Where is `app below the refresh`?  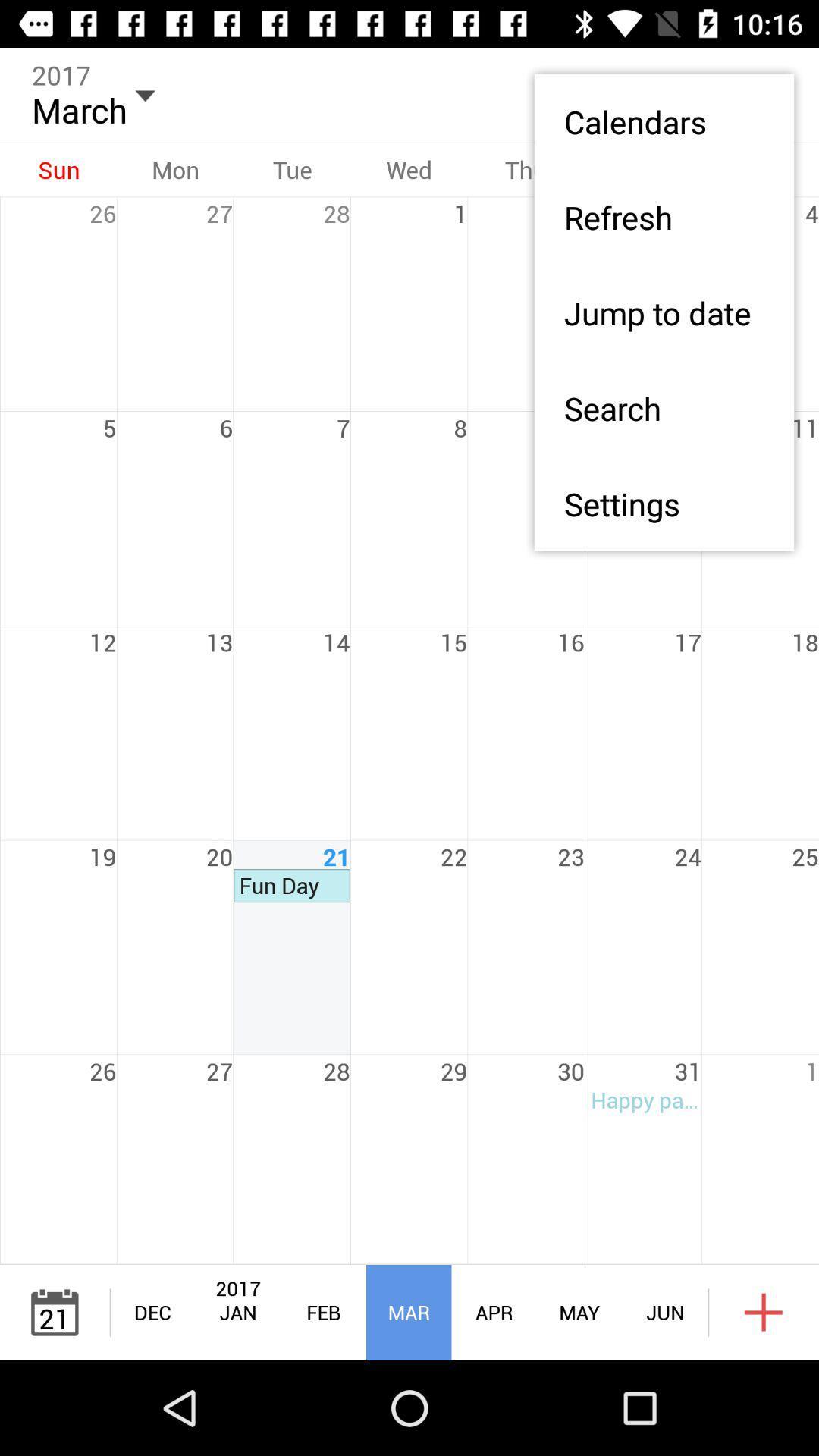
app below the refresh is located at coordinates (663, 312).